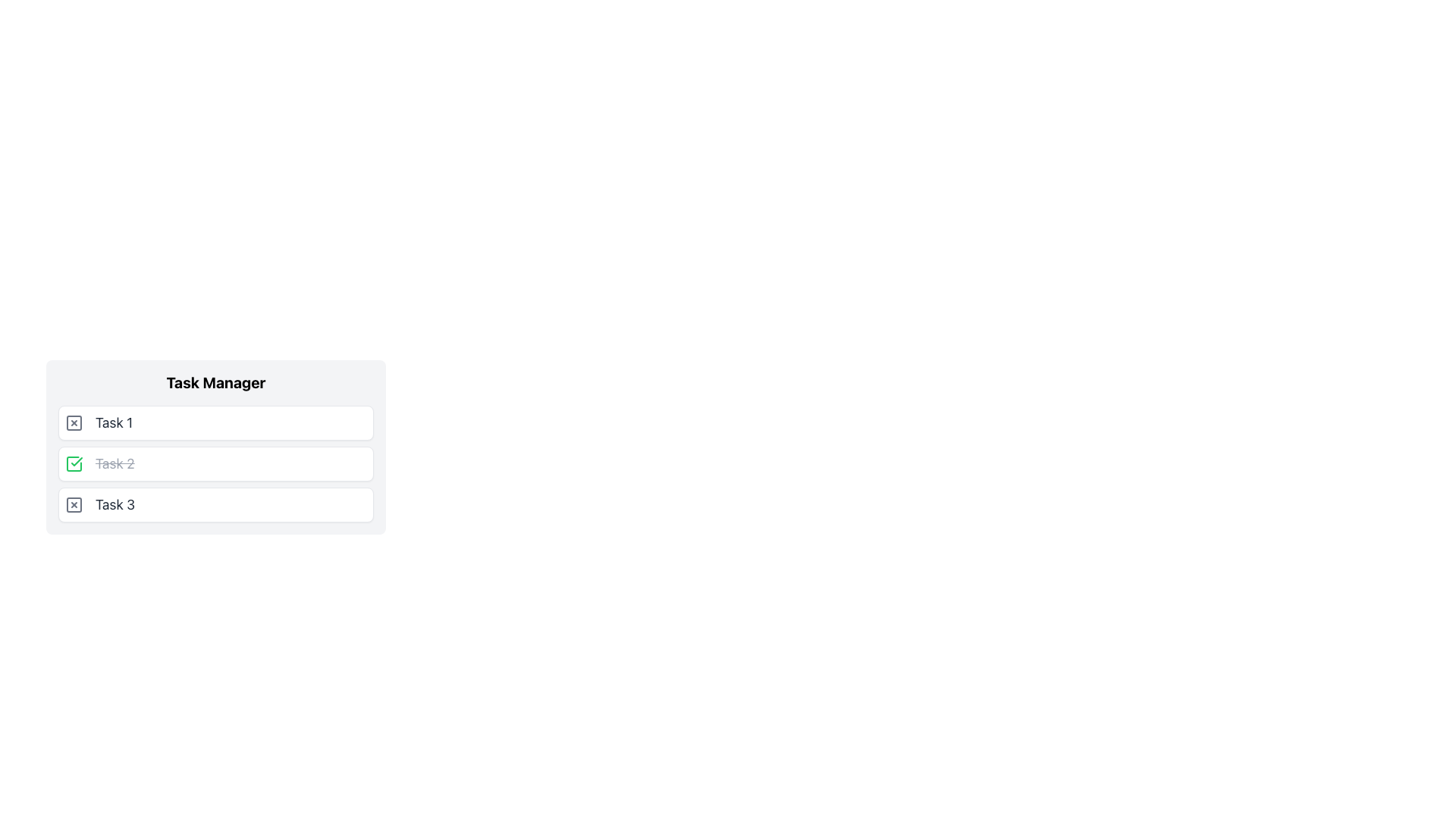 The width and height of the screenshot is (1456, 819). Describe the element at coordinates (73, 505) in the screenshot. I see `the delete button located in the third row of the task list, to the left of the label 'Task 3'` at that location.